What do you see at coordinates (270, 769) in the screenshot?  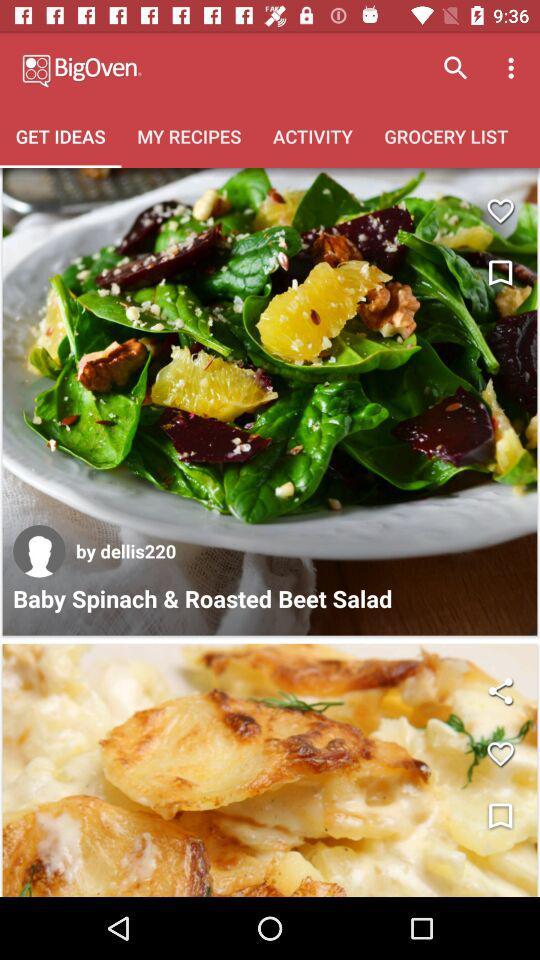 I see `open image` at bounding box center [270, 769].